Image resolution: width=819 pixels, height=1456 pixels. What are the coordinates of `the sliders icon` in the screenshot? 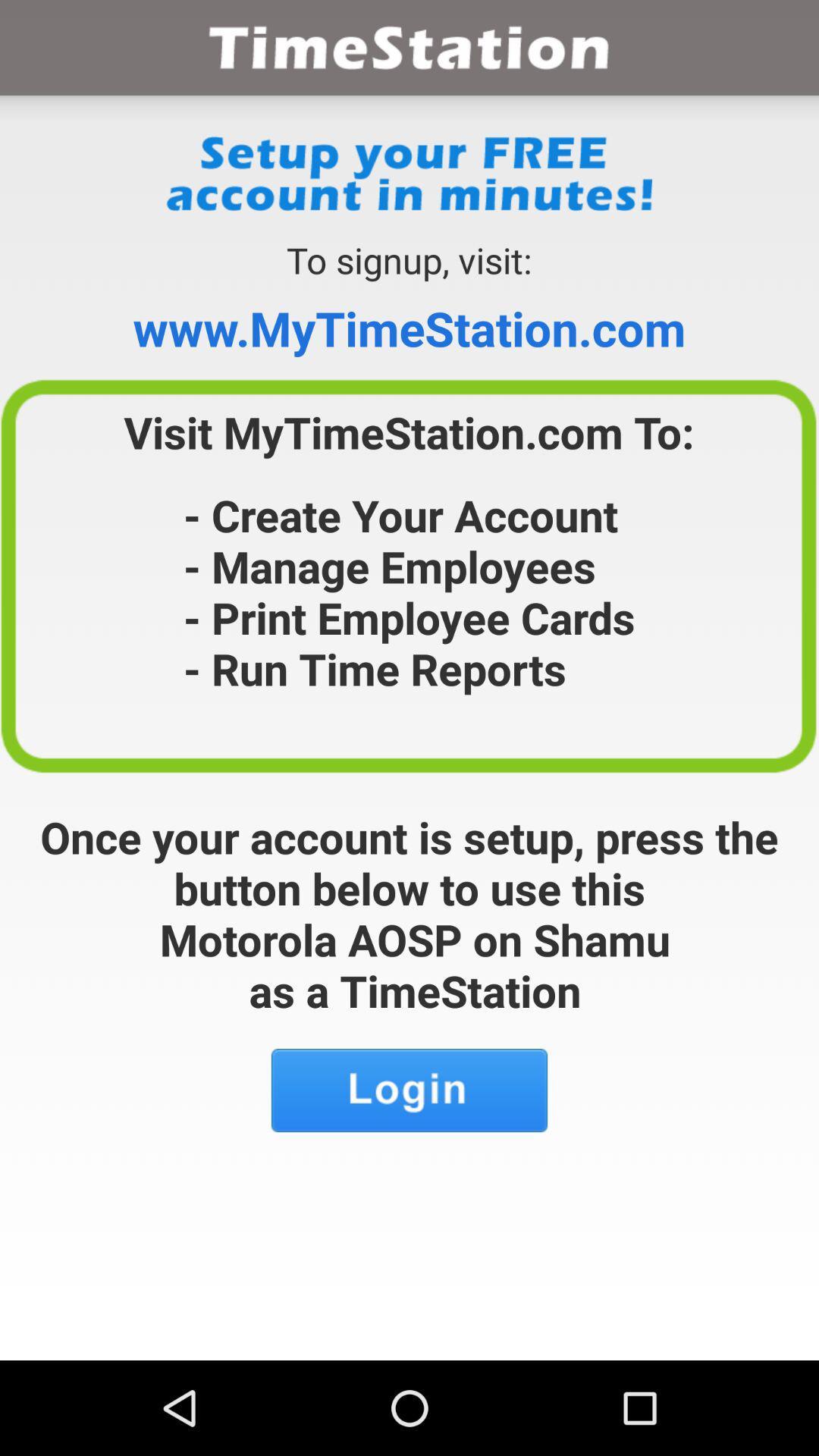 It's located at (409, 1166).